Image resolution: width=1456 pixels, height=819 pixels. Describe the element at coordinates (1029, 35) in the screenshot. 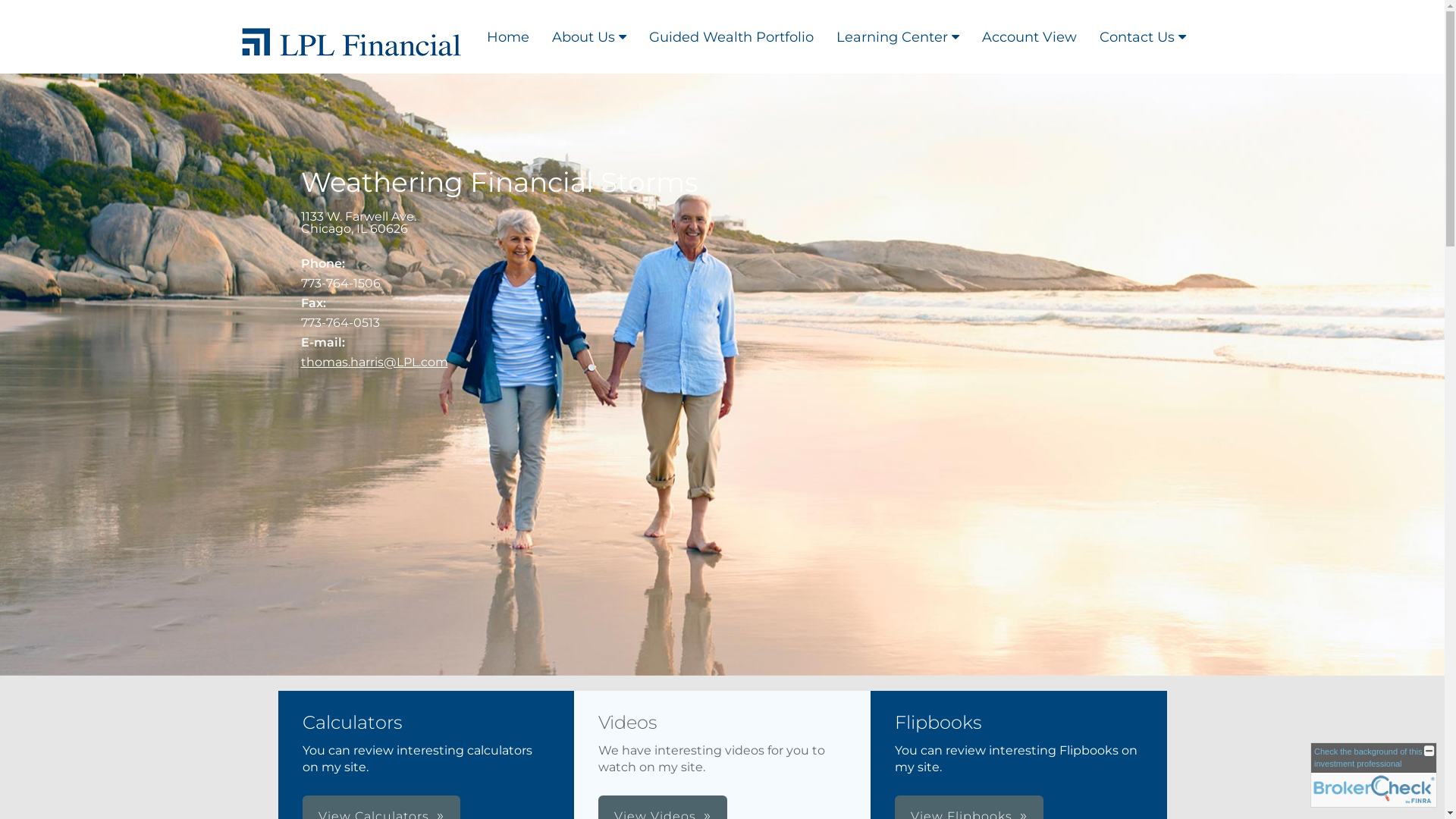

I see `'Account View'` at that location.